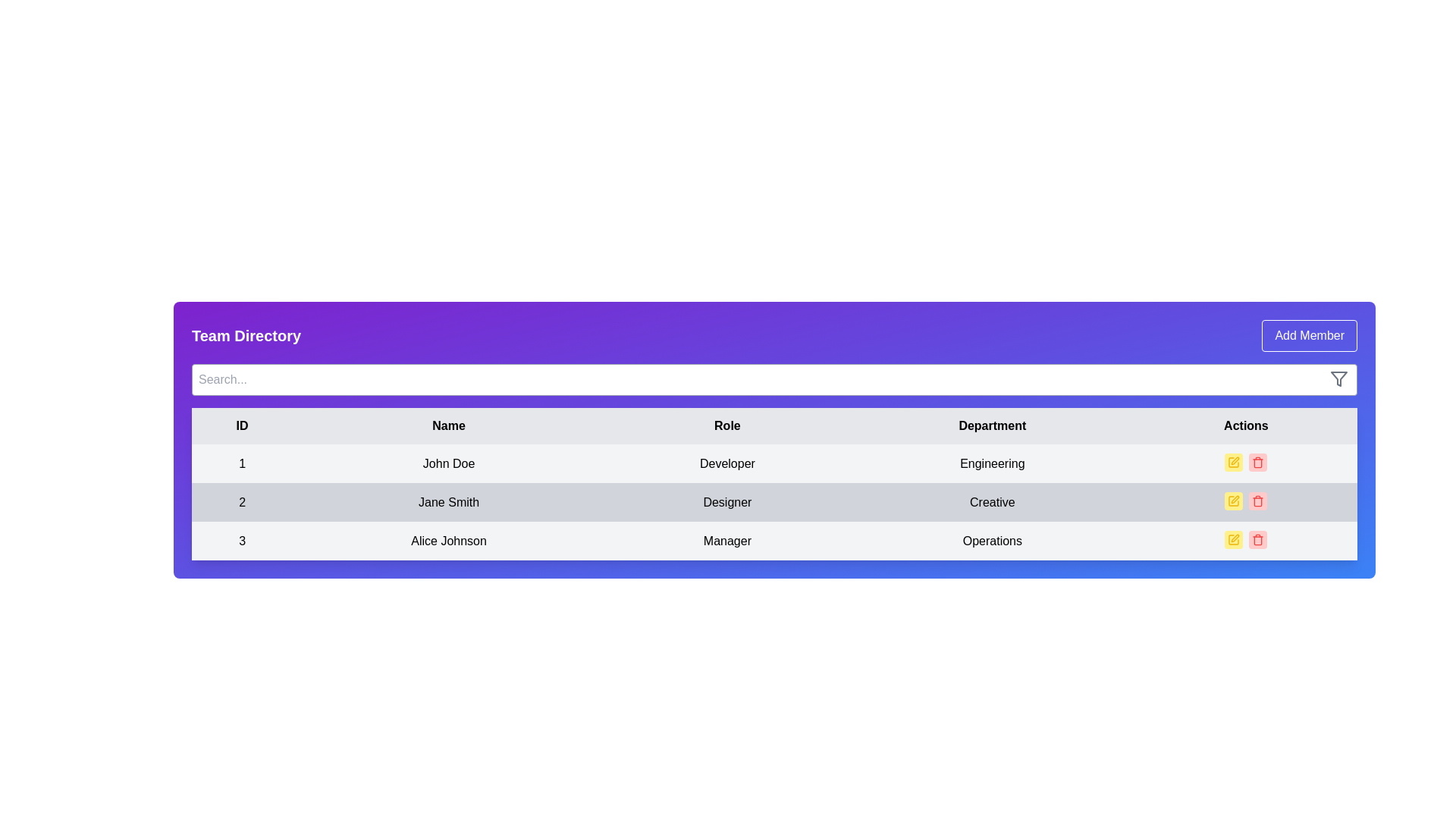 The image size is (1456, 819). I want to click on text label displaying 'Designer' in the third column of the second row of the table, so click(726, 502).